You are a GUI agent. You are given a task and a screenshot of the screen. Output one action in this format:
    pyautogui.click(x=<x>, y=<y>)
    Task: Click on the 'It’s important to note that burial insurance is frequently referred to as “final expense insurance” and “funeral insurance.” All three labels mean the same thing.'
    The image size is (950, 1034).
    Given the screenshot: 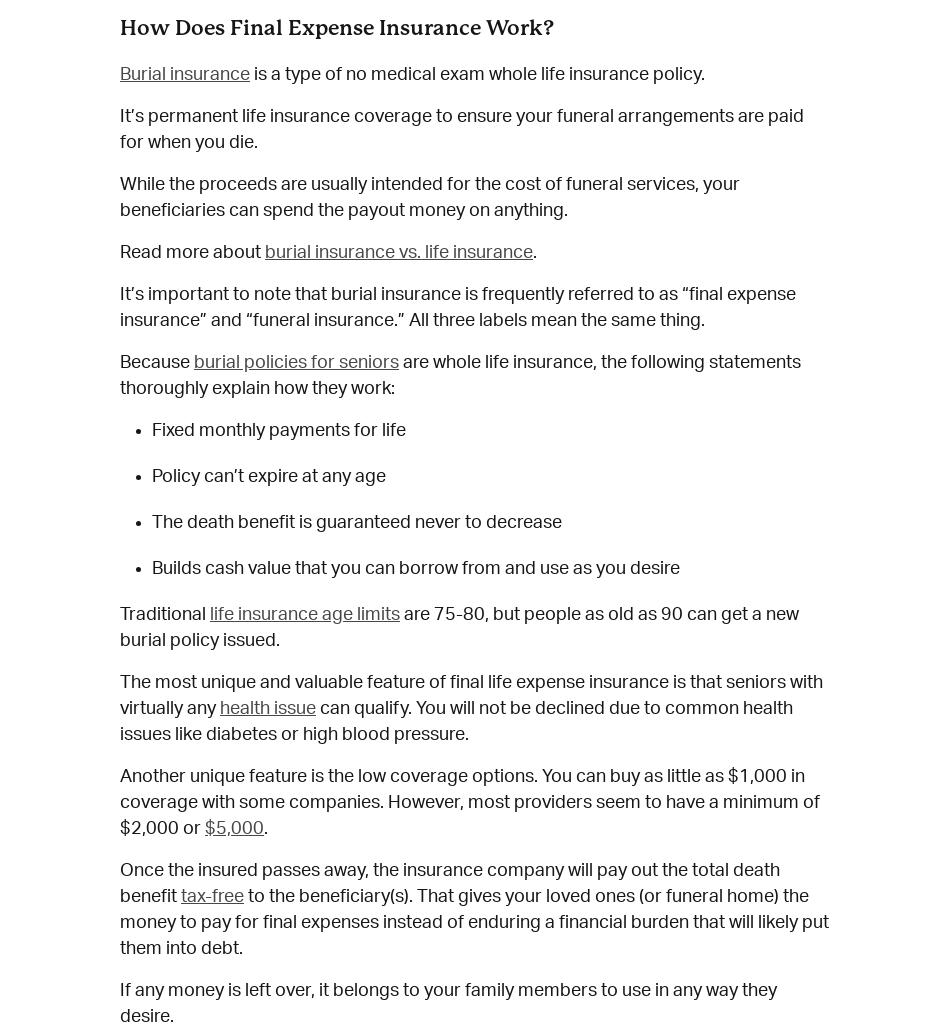 What is the action you would take?
    pyautogui.click(x=456, y=305)
    